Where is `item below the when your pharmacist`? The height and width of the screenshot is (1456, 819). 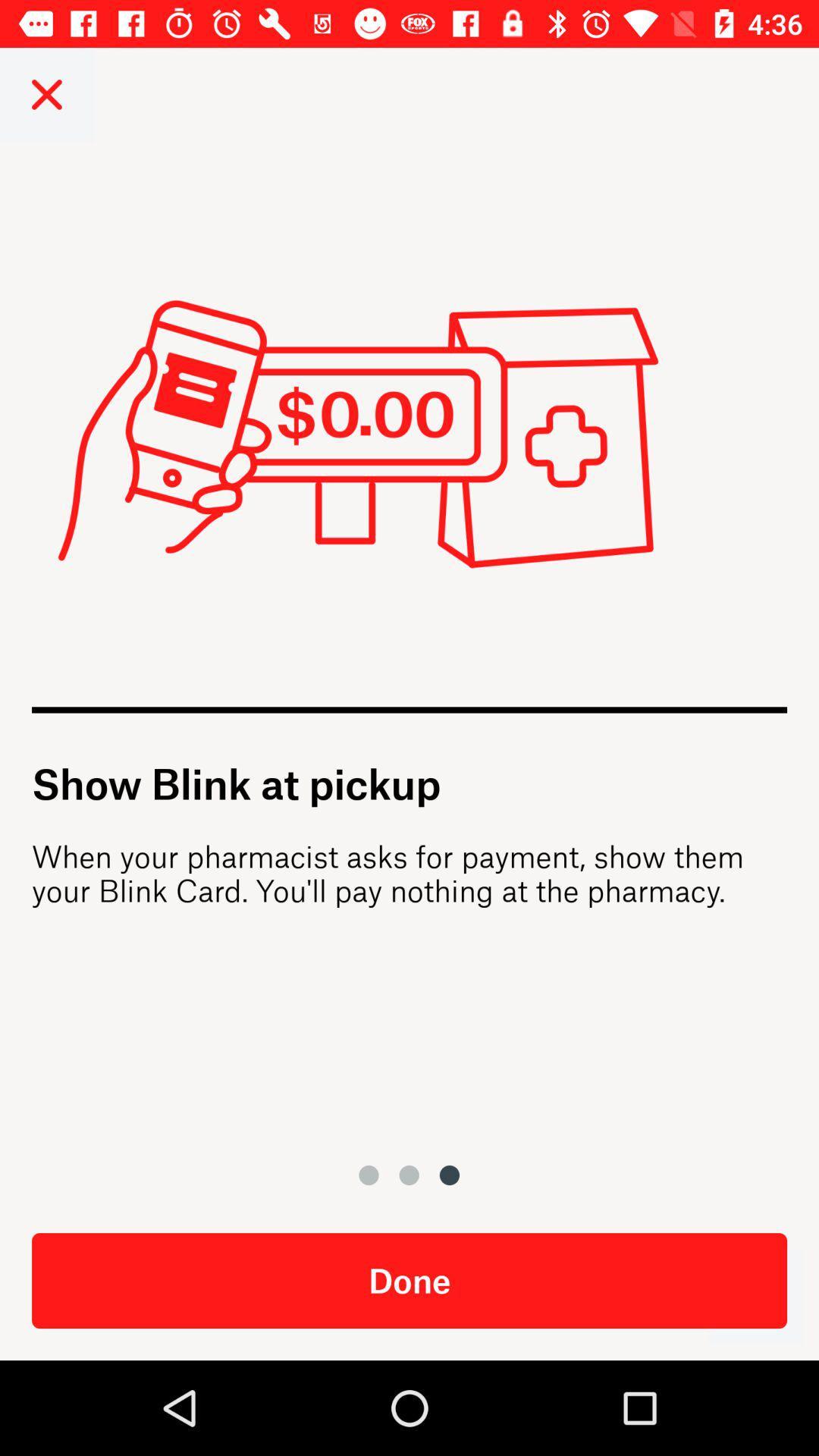 item below the when your pharmacist is located at coordinates (755, 1295).